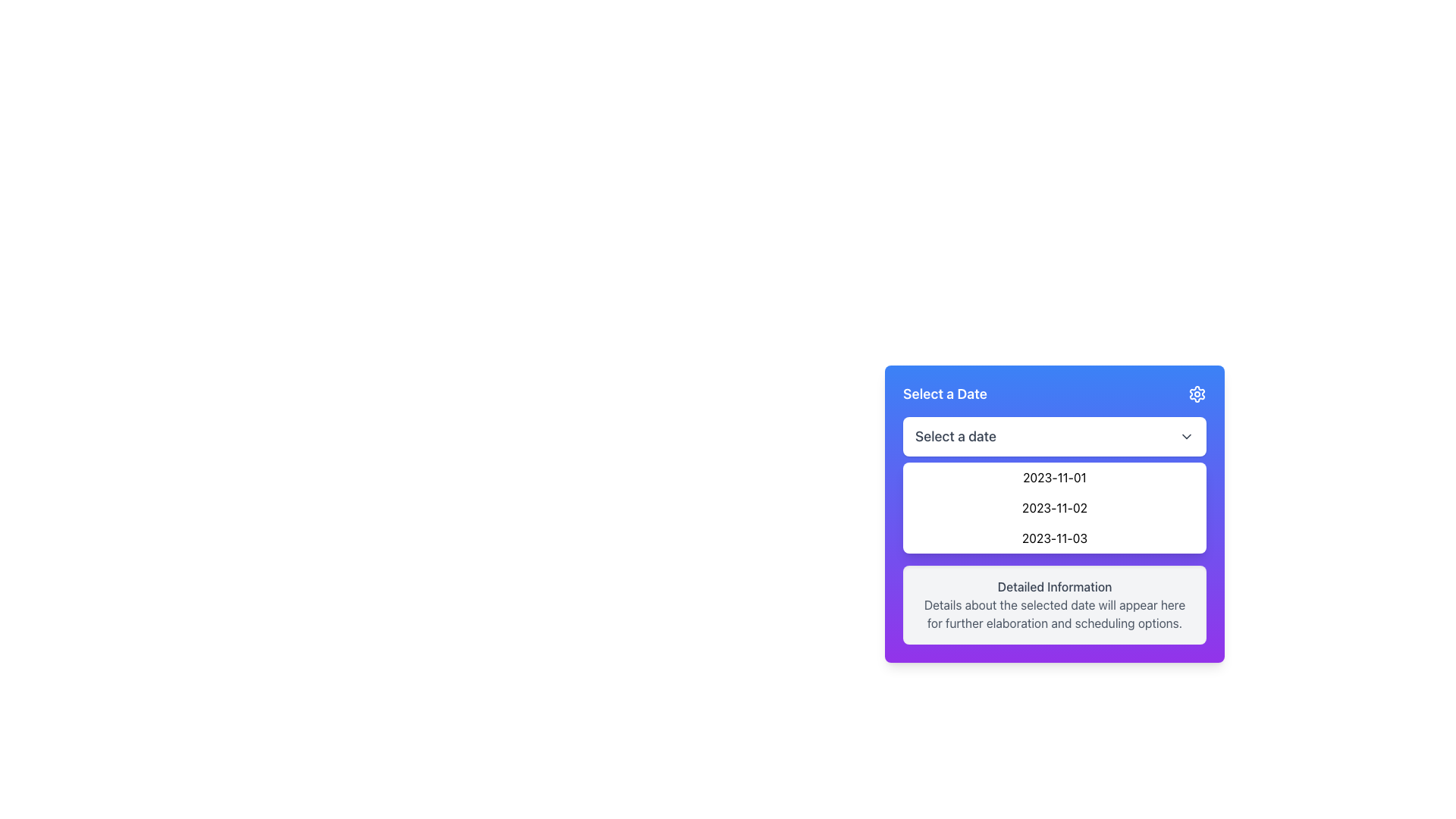 This screenshot has width=1456, height=819. I want to click on the first clickable list item in the date selection dropdown to trigger a visual change, so click(1054, 476).